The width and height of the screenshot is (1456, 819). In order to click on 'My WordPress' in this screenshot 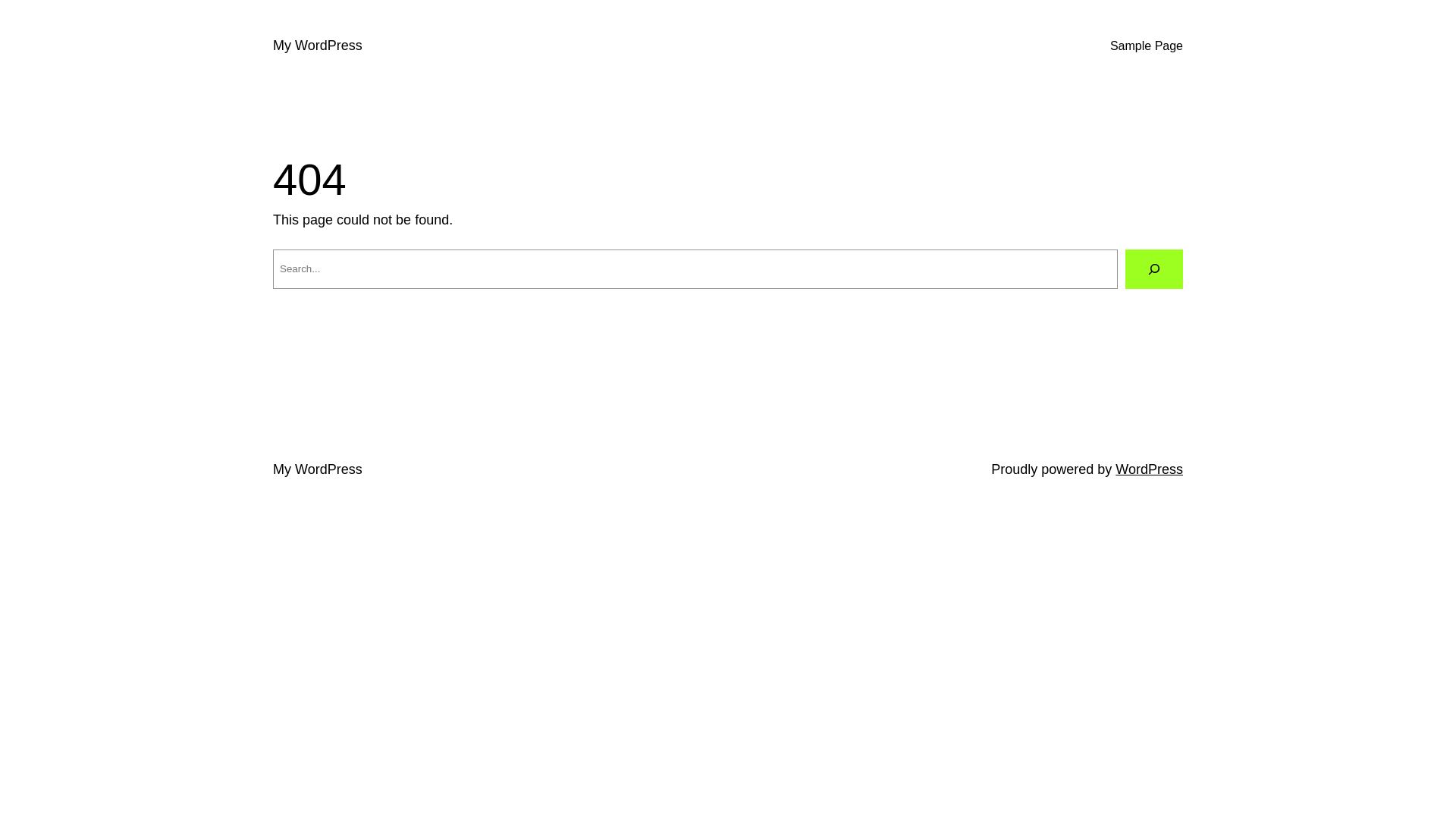, I will do `click(316, 468)`.